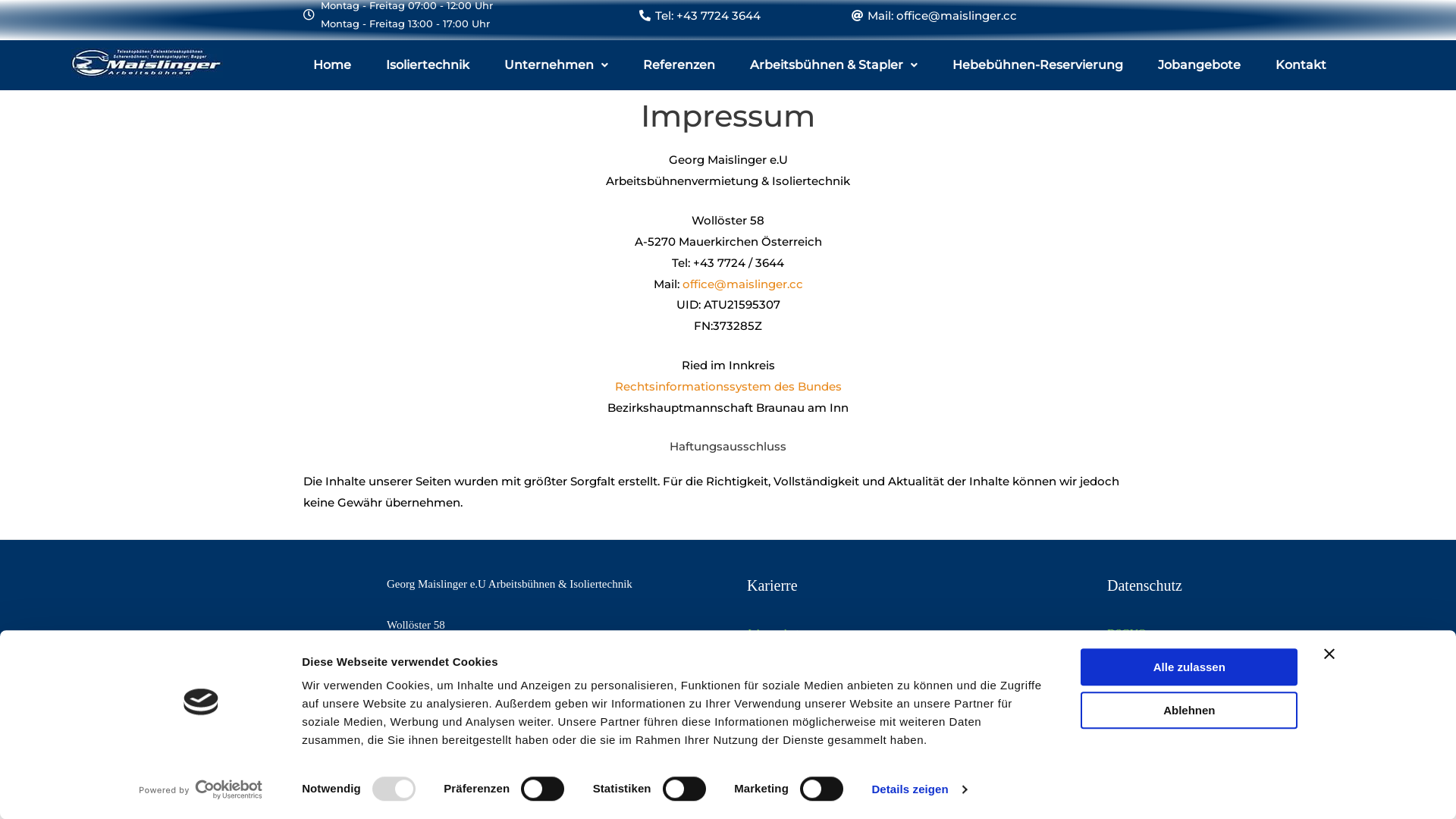 This screenshot has width=1456, height=819. Describe the element at coordinates (632, 64) in the screenshot. I see `'Referenzen'` at that location.